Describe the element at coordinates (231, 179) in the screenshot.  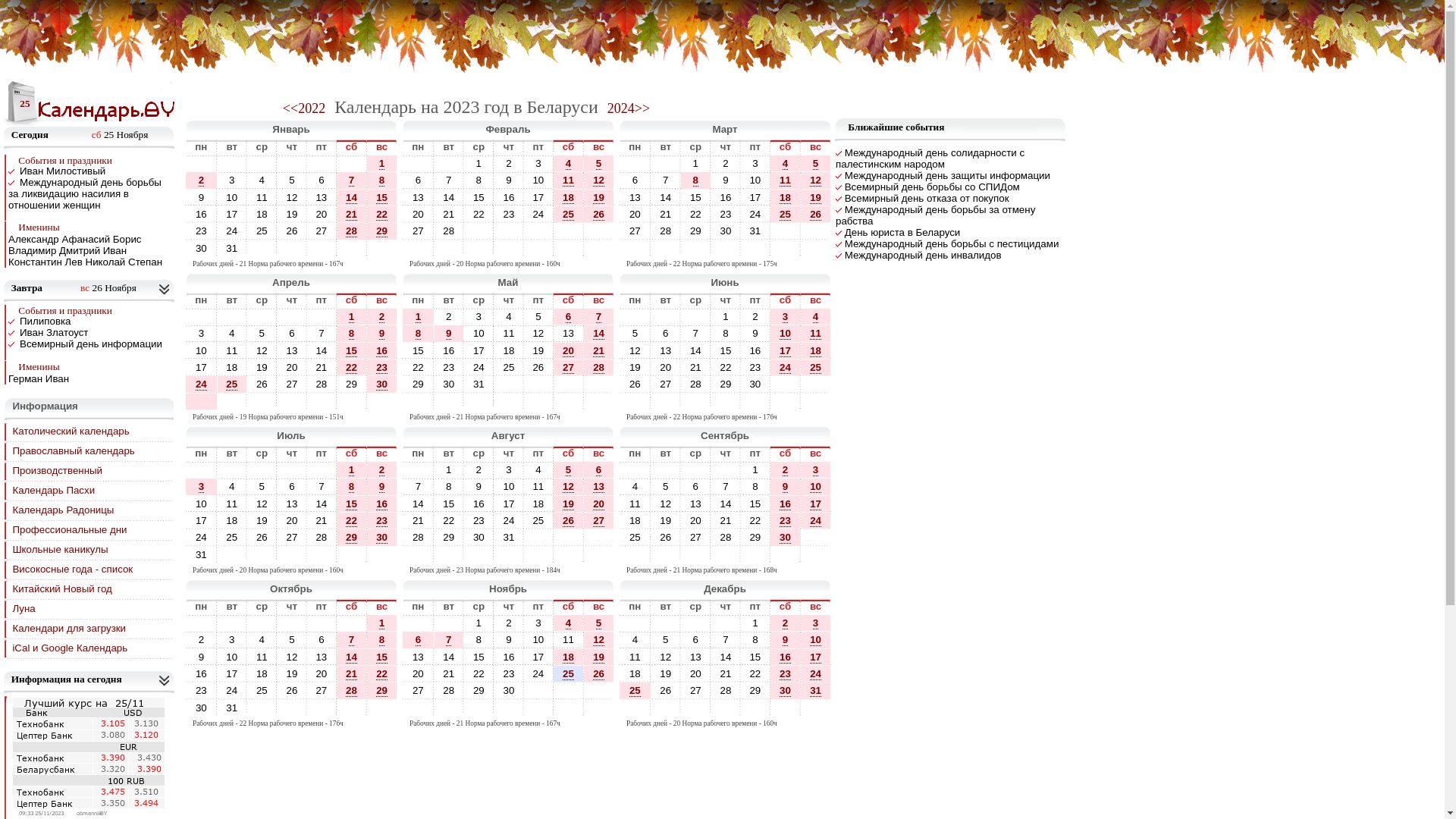
I see `'3'` at that location.